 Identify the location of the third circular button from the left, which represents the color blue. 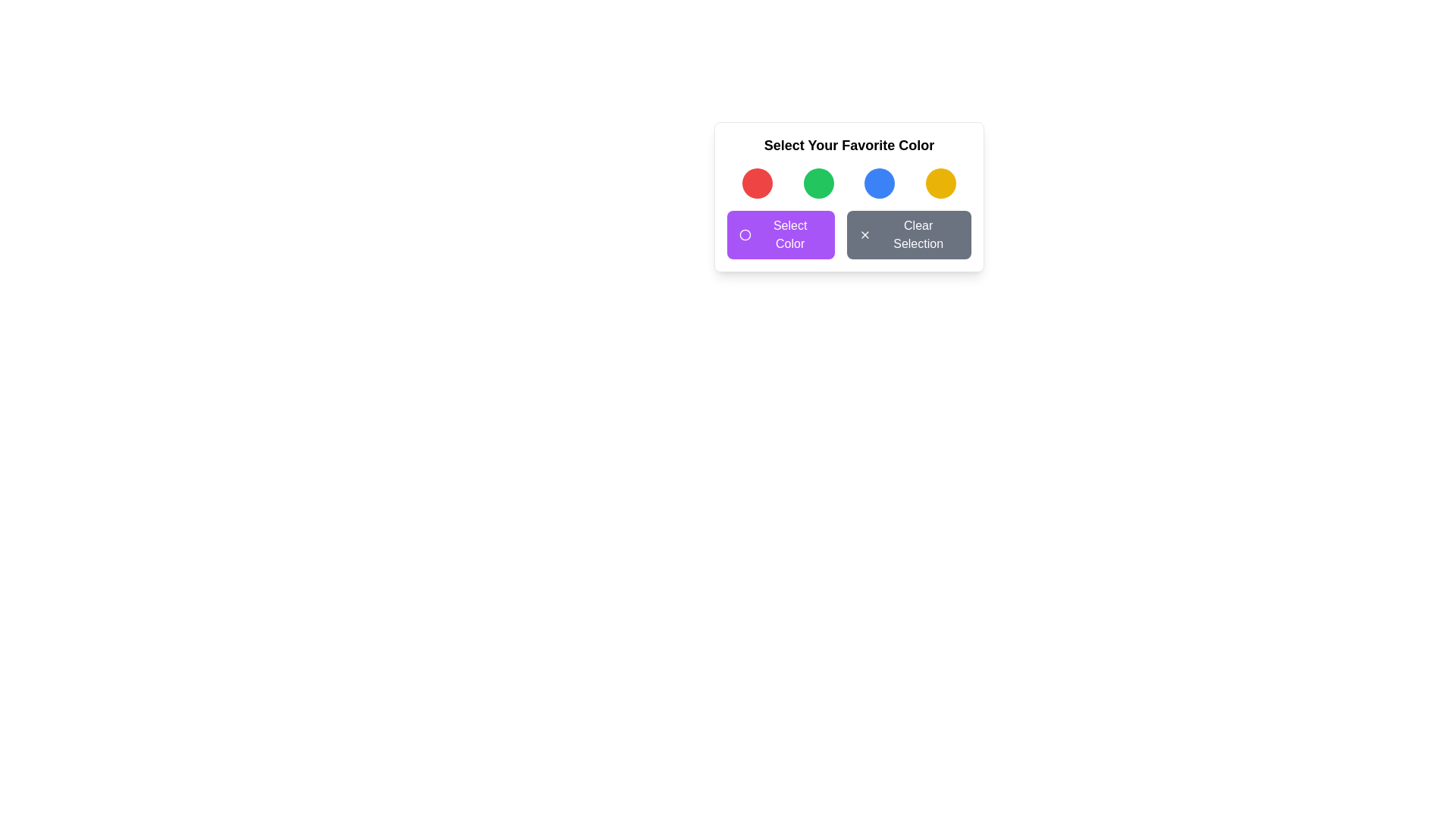
(880, 183).